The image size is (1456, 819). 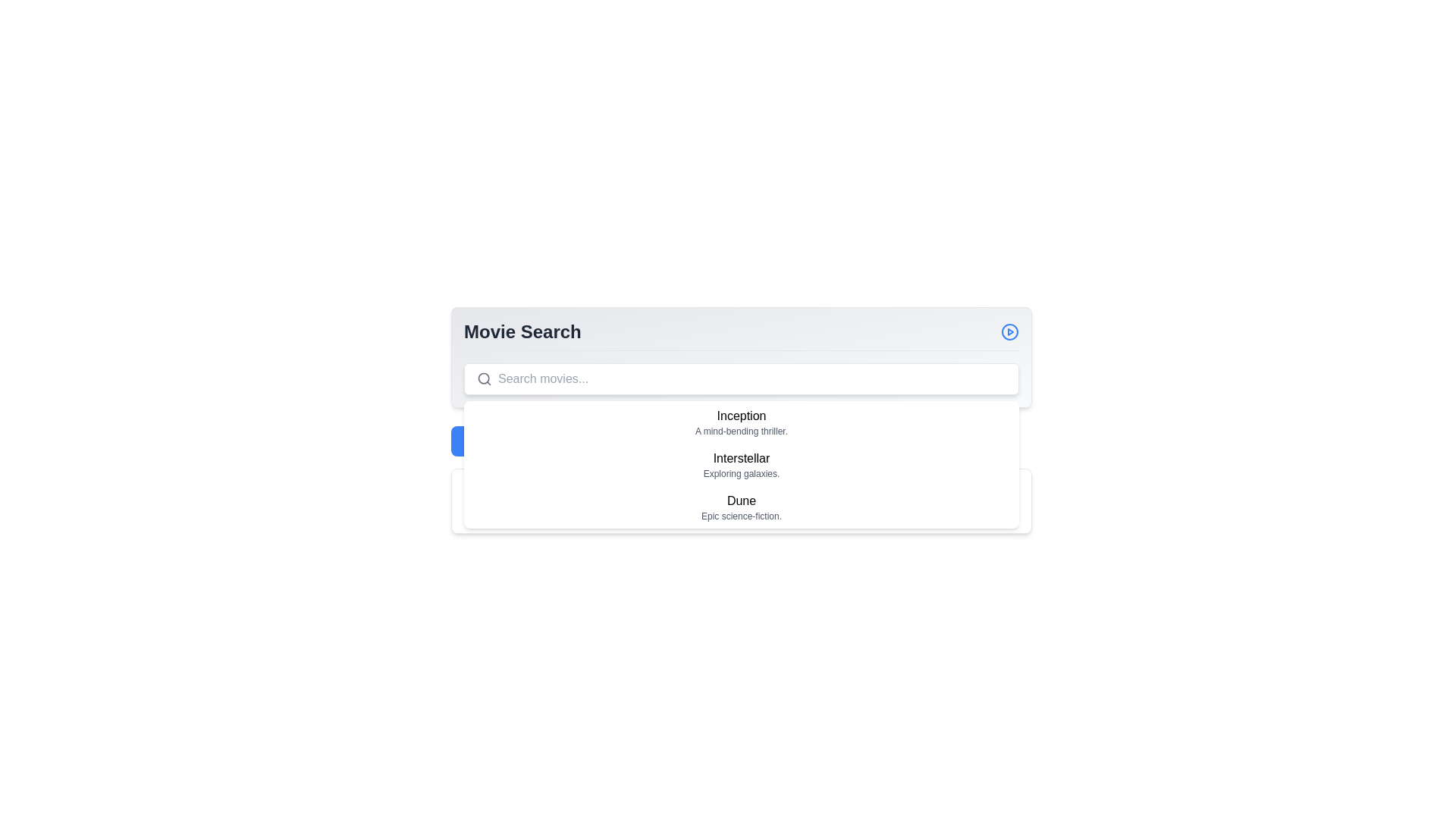 I want to click on the second item in the dropdown list representing a movie entry, so click(x=742, y=464).